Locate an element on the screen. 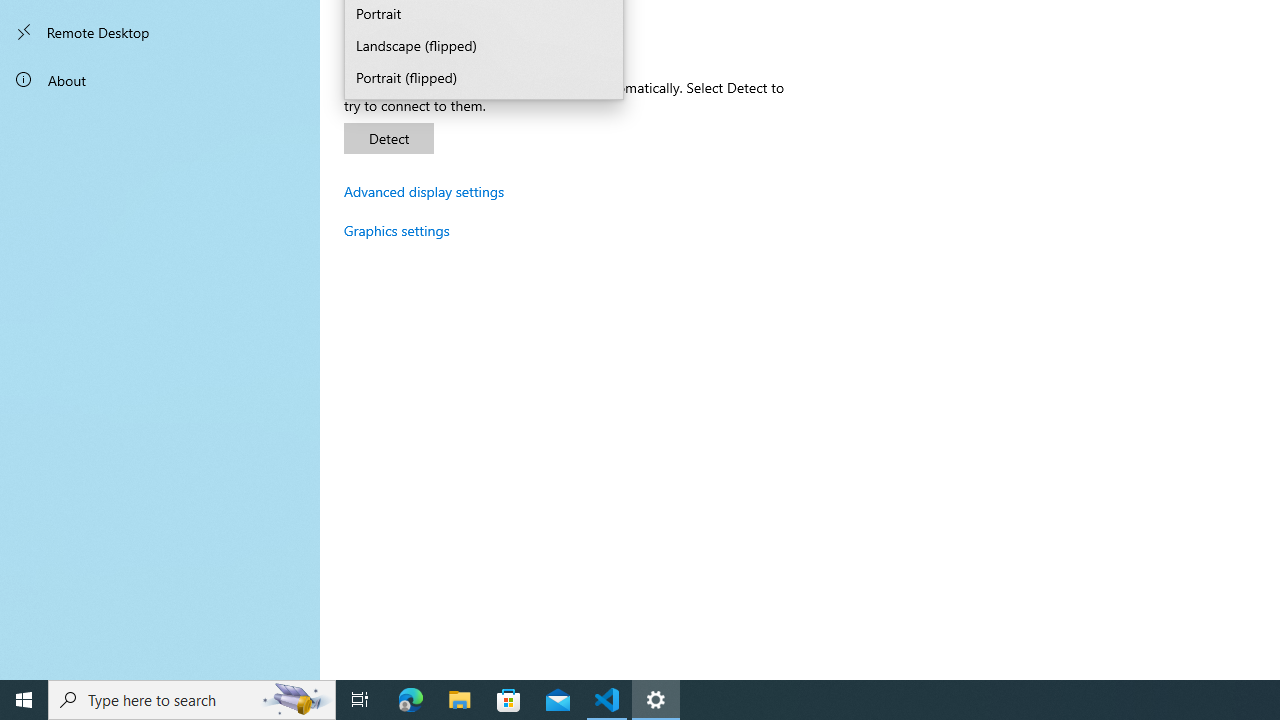 The image size is (1280, 720). 'Remote Desktop' is located at coordinates (160, 32).